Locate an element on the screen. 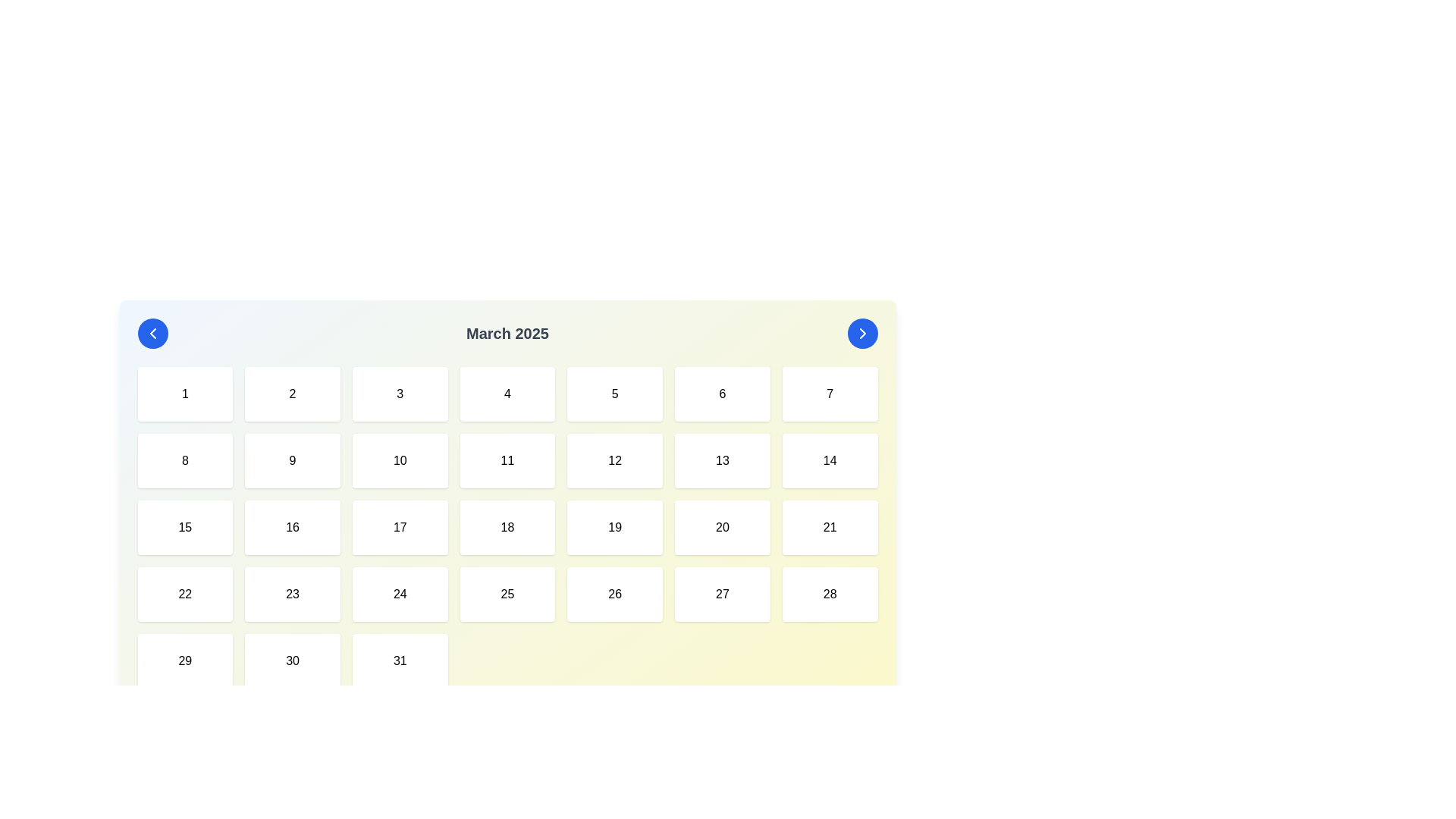 Image resolution: width=1456 pixels, height=819 pixels. the calendar day box representing the 20th of March 2025, located in the third row and sixth column of the grid structure is located at coordinates (721, 526).